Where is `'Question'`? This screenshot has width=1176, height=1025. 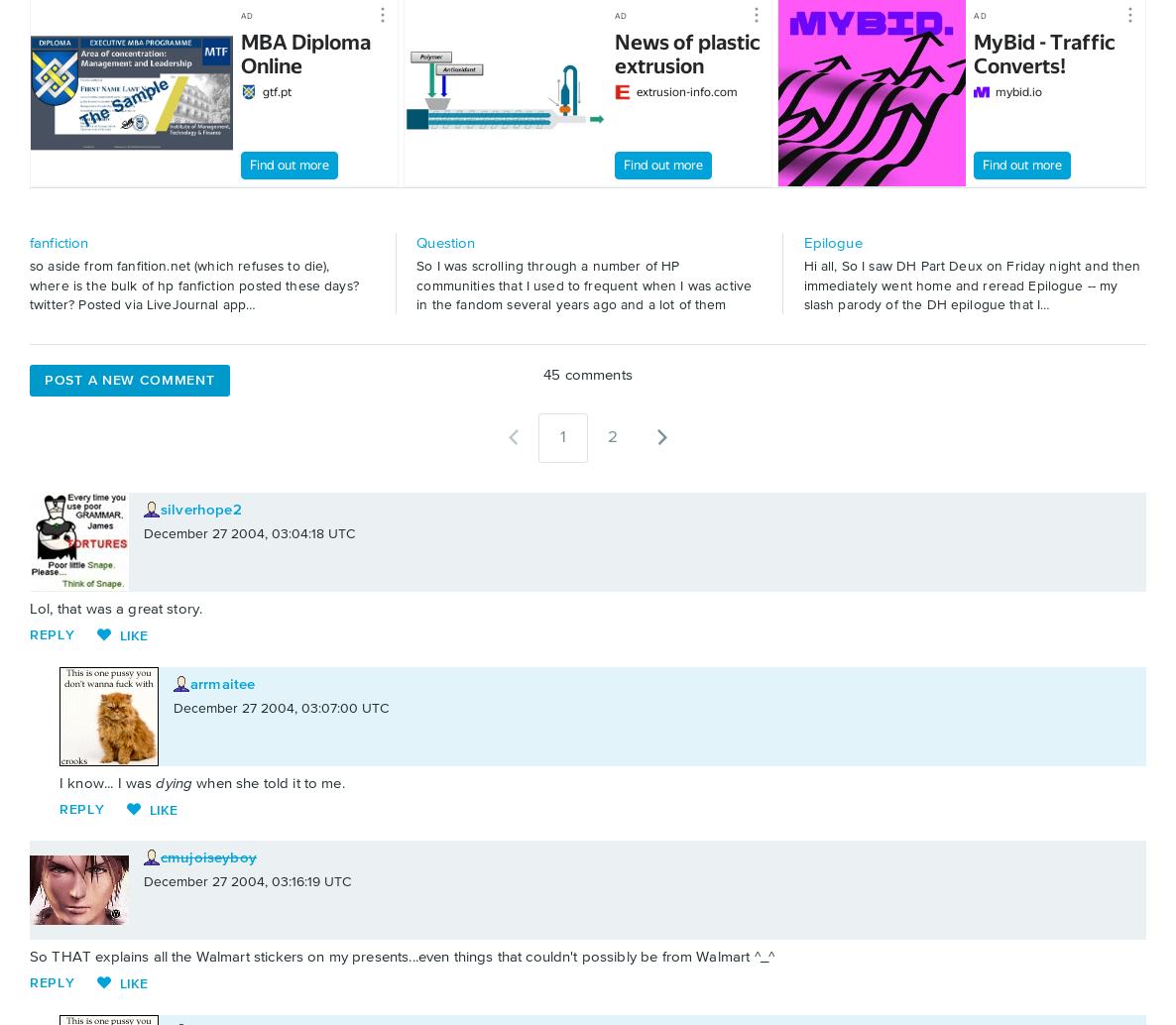
'Question' is located at coordinates (445, 242).